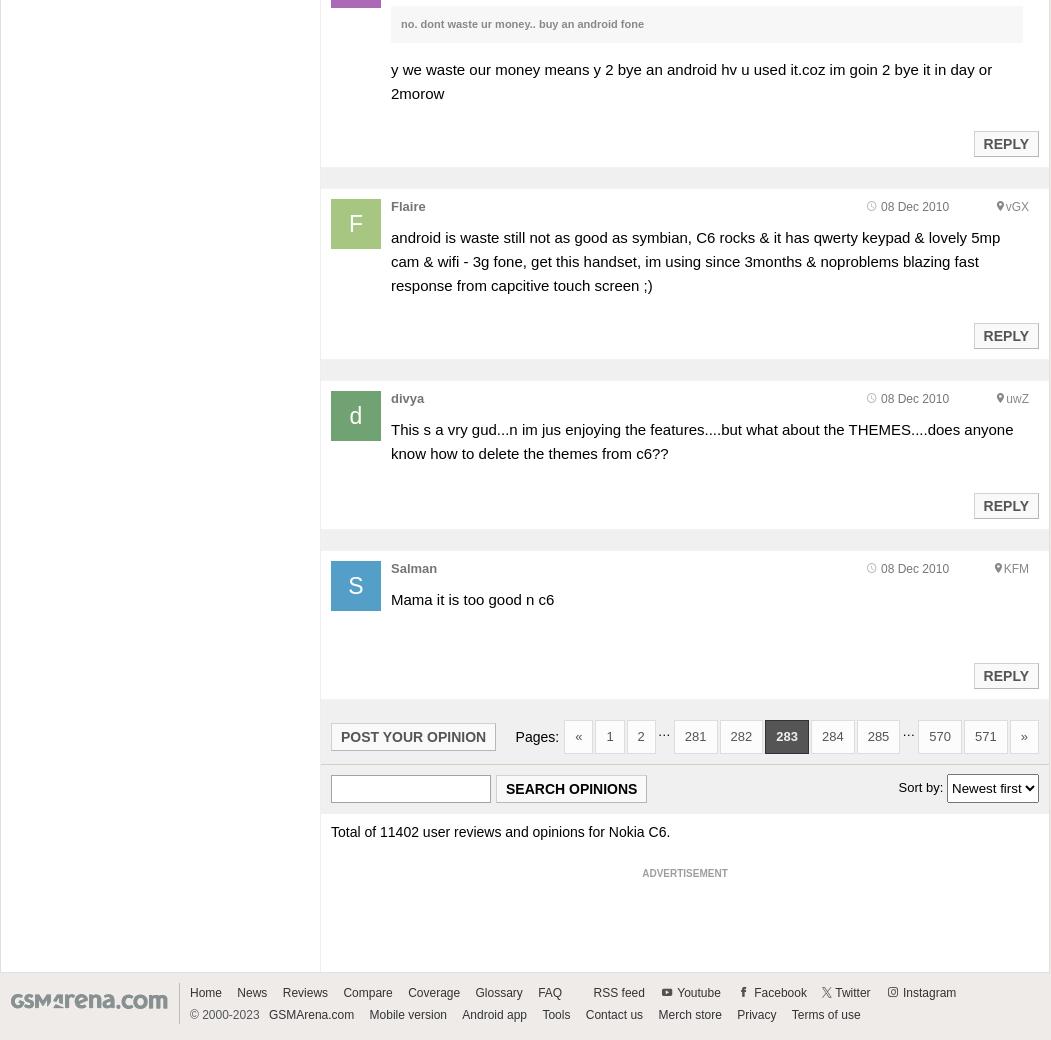  Describe the element at coordinates (304, 992) in the screenshot. I see `'Reviews'` at that location.